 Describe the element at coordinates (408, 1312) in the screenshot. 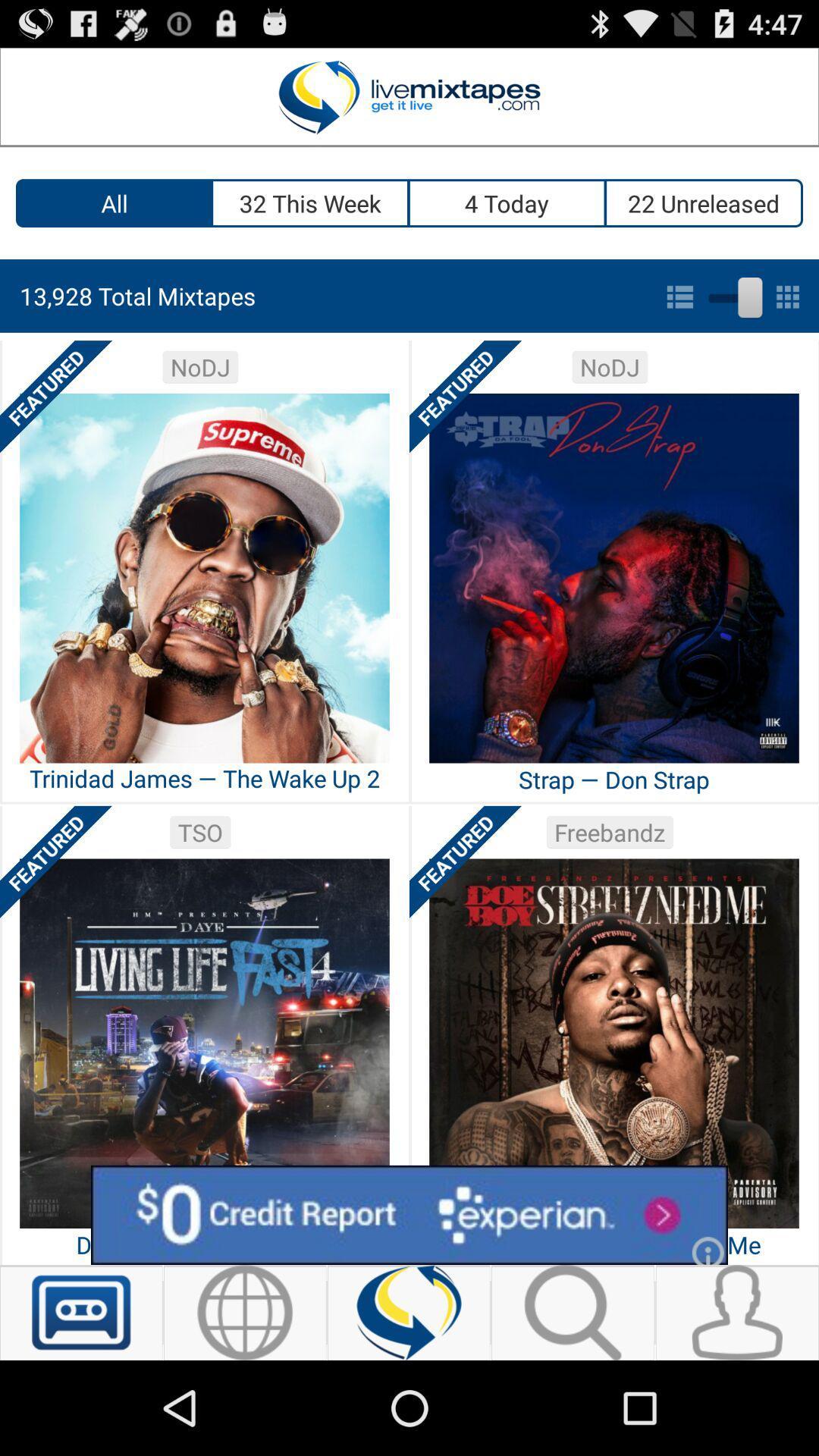

I see `the information` at that location.